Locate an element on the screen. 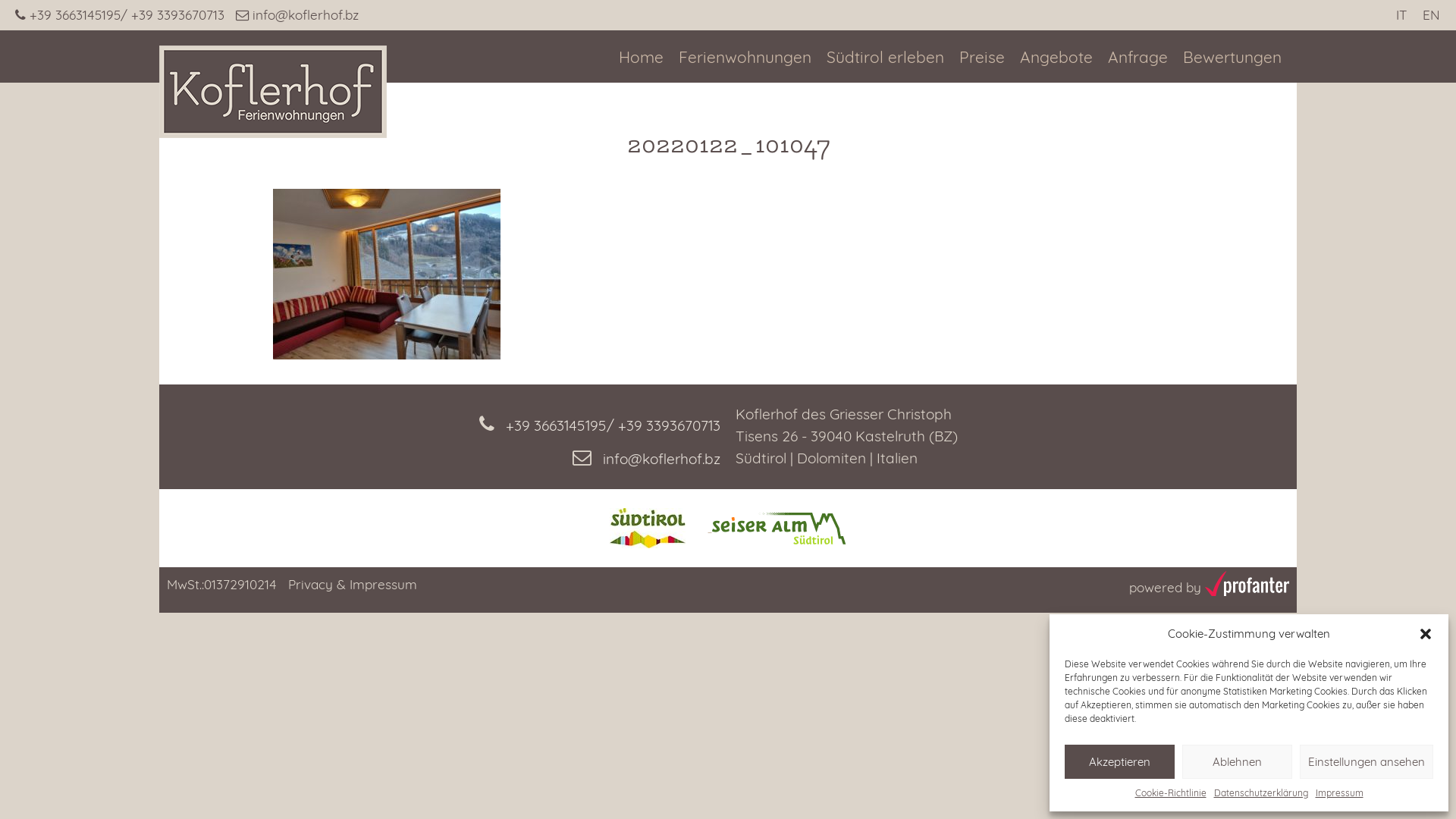 Image resolution: width=1456 pixels, height=819 pixels. 'Einstellungen ansehen' is located at coordinates (1366, 761).